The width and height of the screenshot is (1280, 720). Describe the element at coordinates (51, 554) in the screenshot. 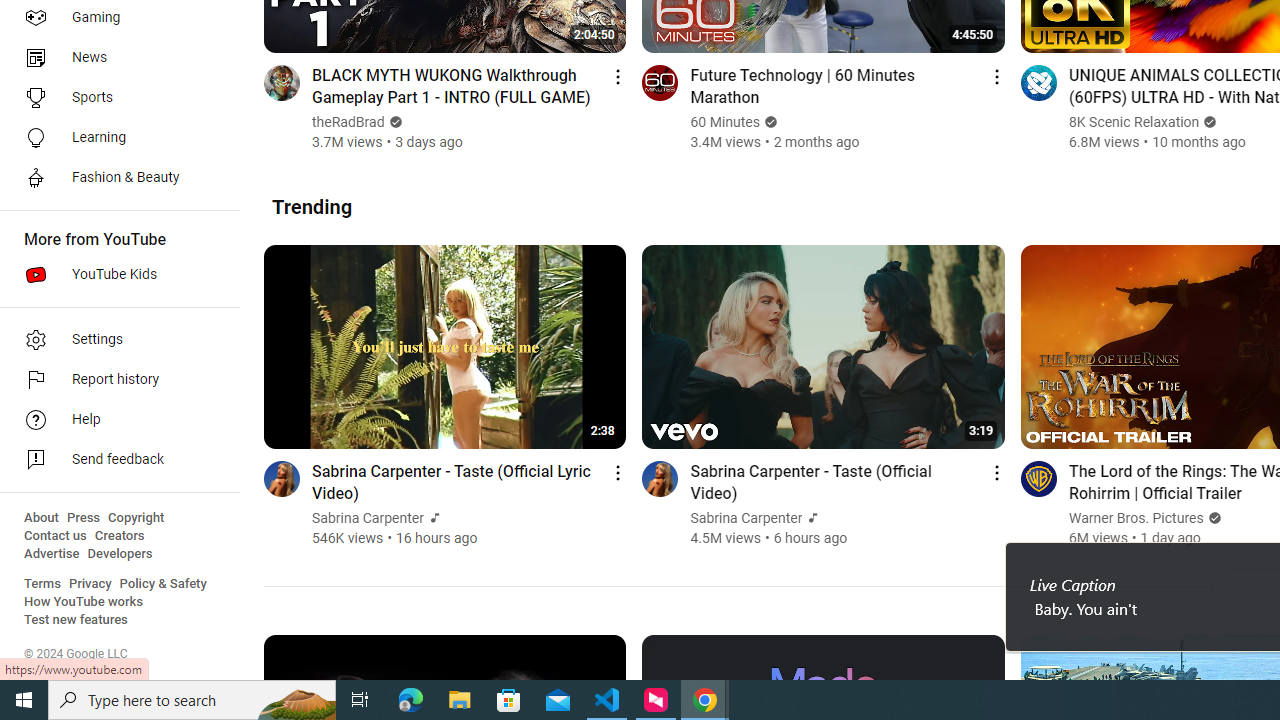

I see `'Advertise'` at that location.